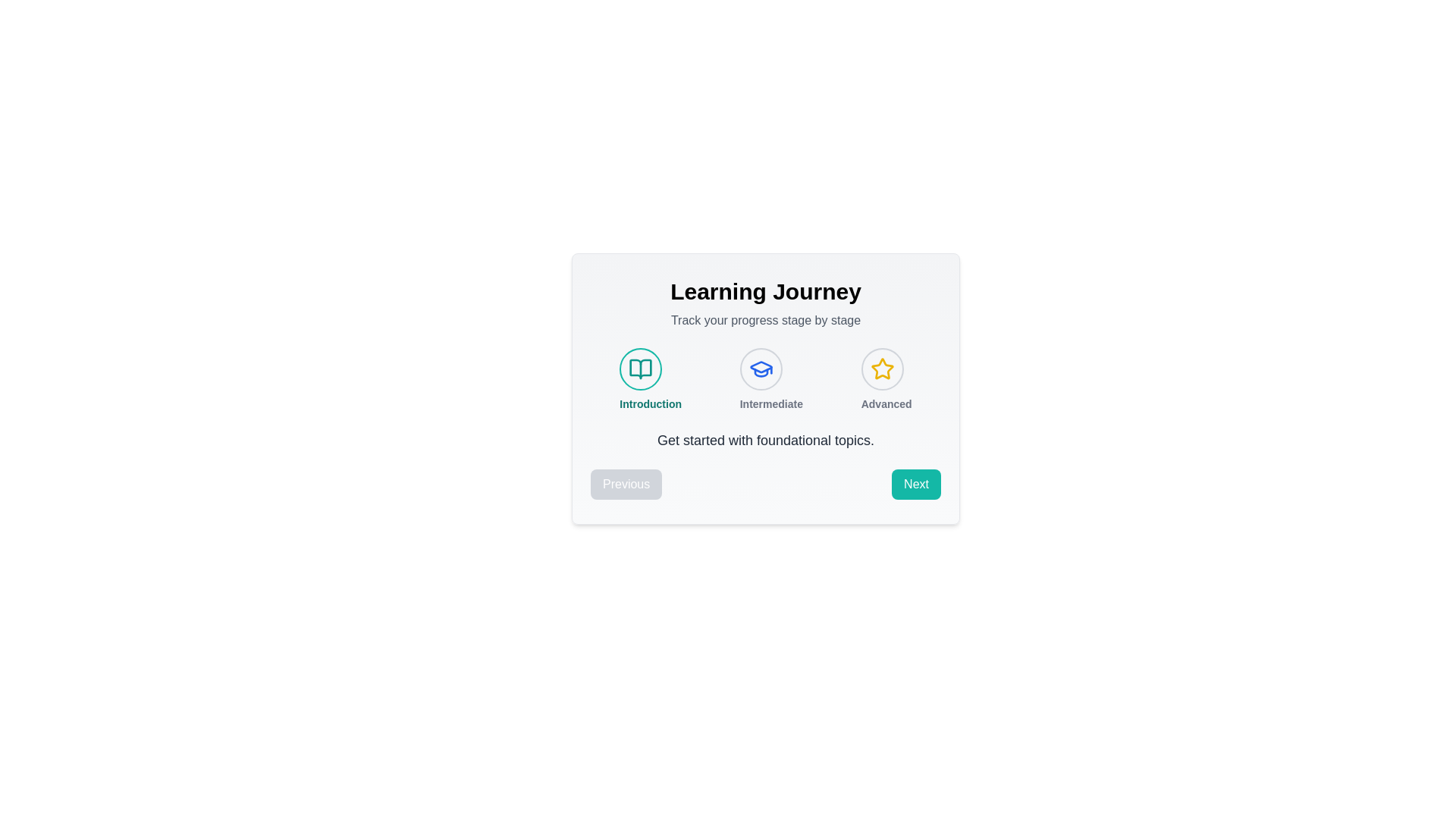 The image size is (1456, 819). I want to click on the step Introduction in the LearningProgressStepper, so click(641, 369).